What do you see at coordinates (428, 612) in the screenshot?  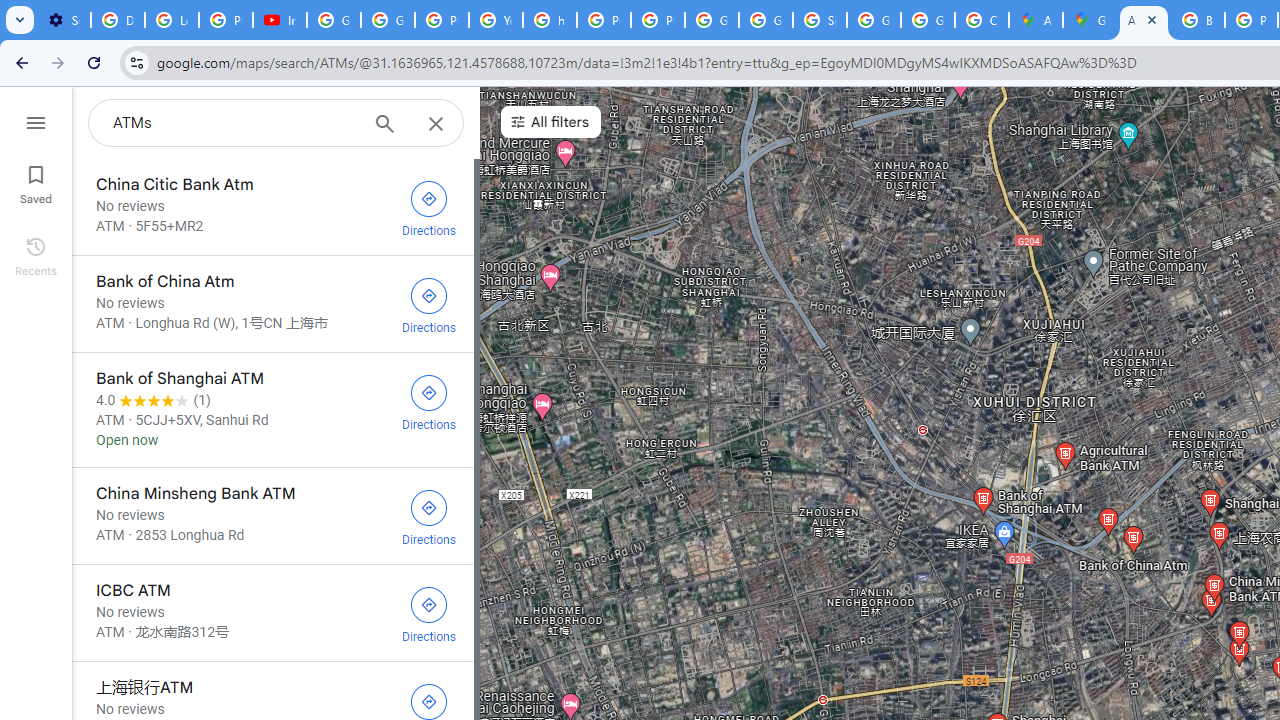 I see `'Get directions to ICBC ATM'` at bounding box center [428, 612].